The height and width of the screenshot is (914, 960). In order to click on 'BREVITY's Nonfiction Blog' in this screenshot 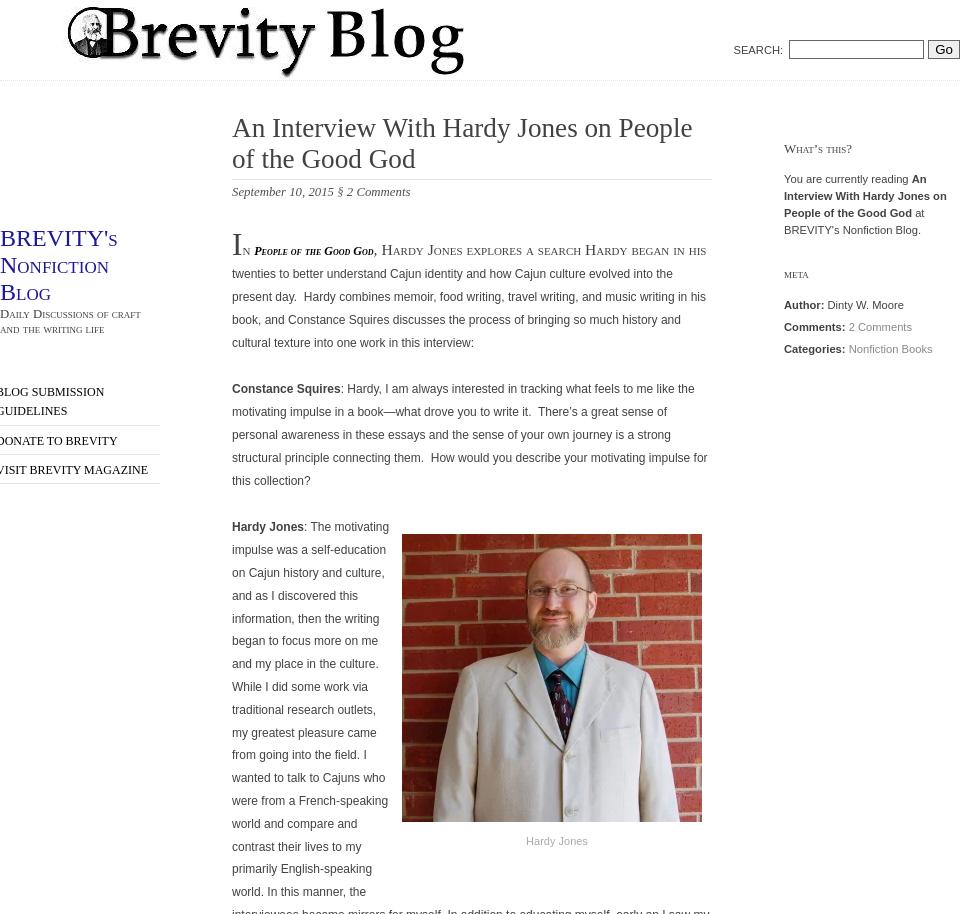, I will do `click(57, 263)`.